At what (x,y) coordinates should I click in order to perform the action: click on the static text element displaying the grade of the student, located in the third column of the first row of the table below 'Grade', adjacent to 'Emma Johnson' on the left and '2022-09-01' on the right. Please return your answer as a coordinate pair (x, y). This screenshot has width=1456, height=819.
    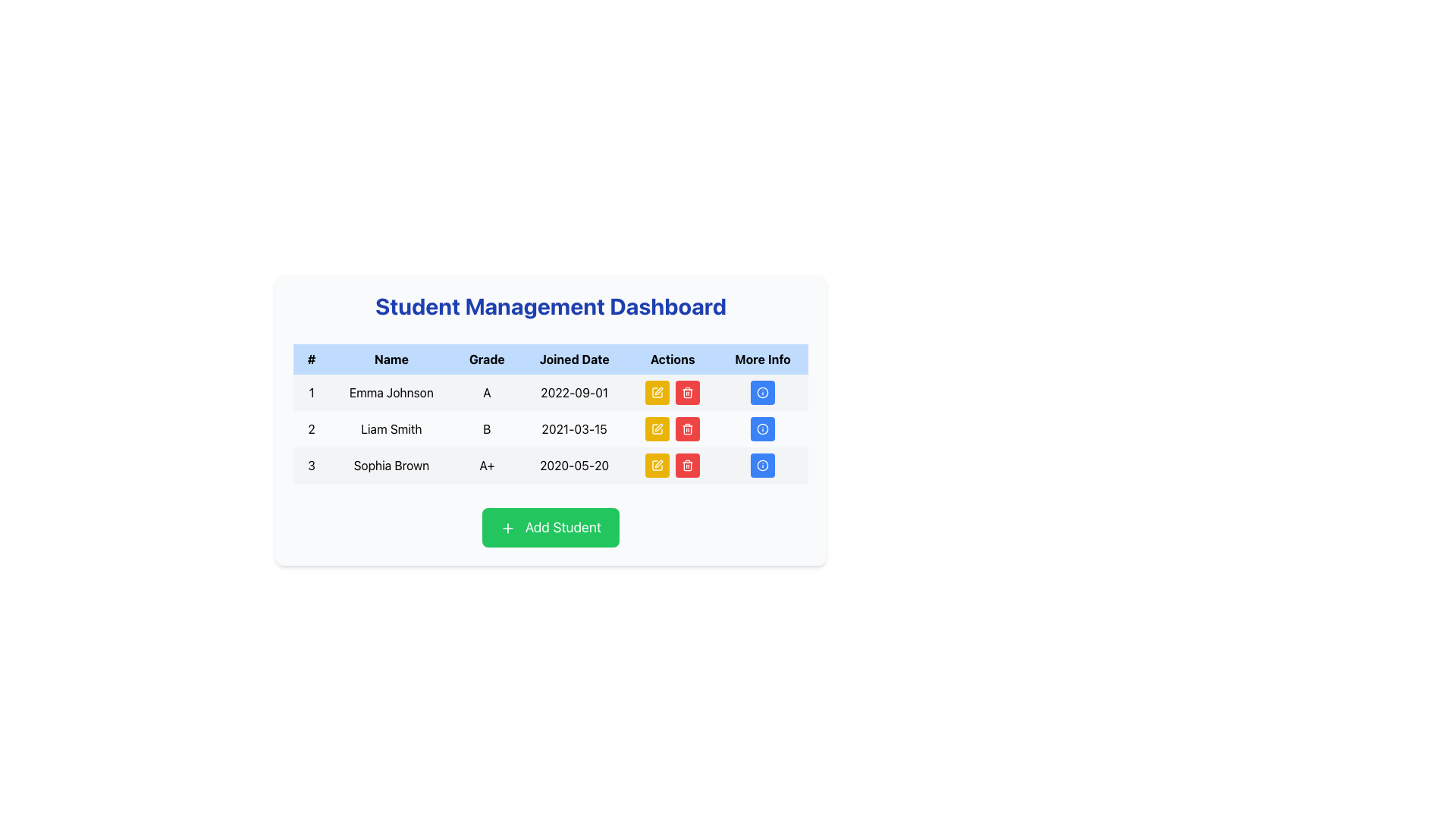
    Looking at the image, I should click on (487, 391).